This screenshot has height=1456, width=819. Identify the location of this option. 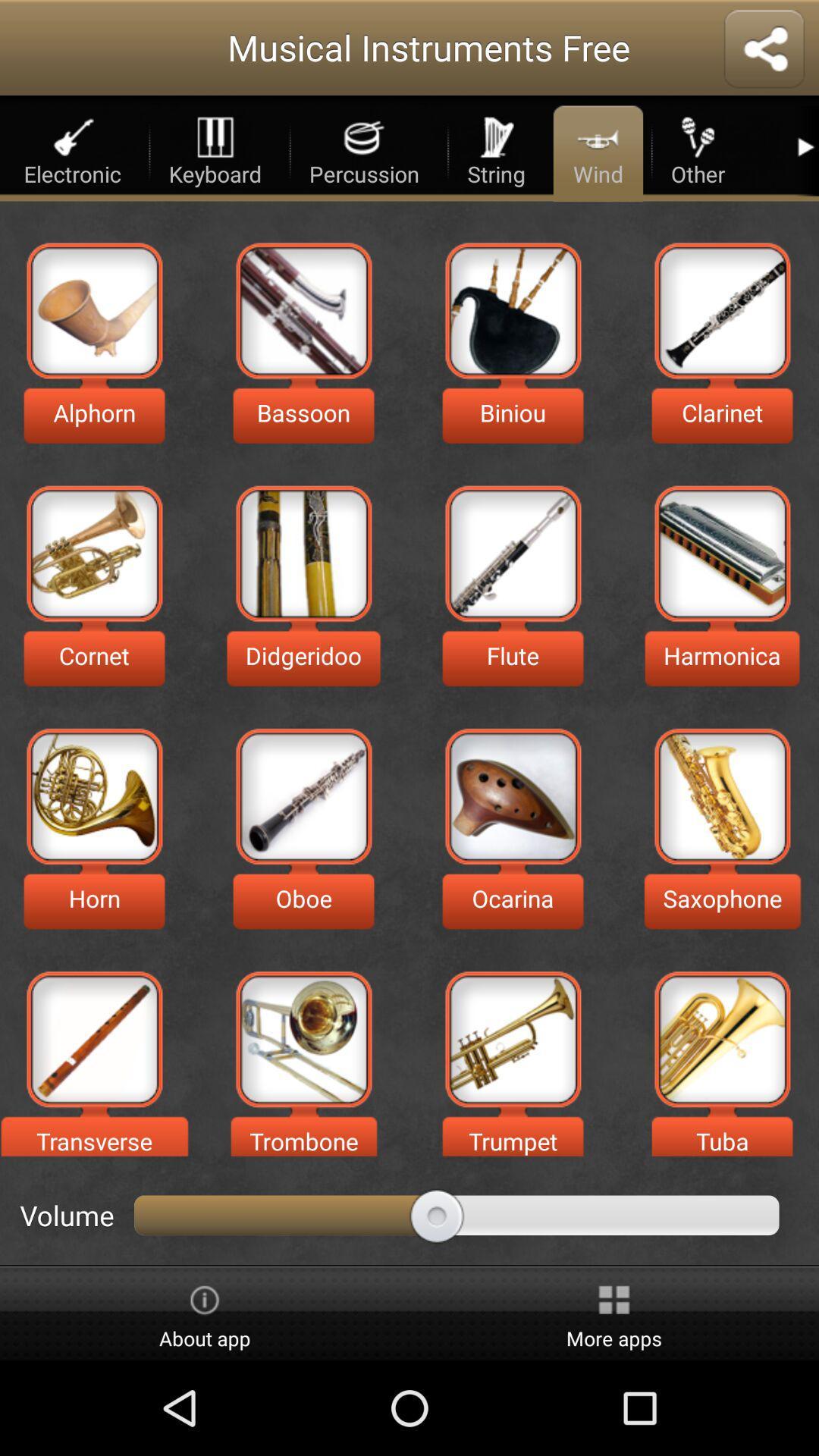
(94, 1038).